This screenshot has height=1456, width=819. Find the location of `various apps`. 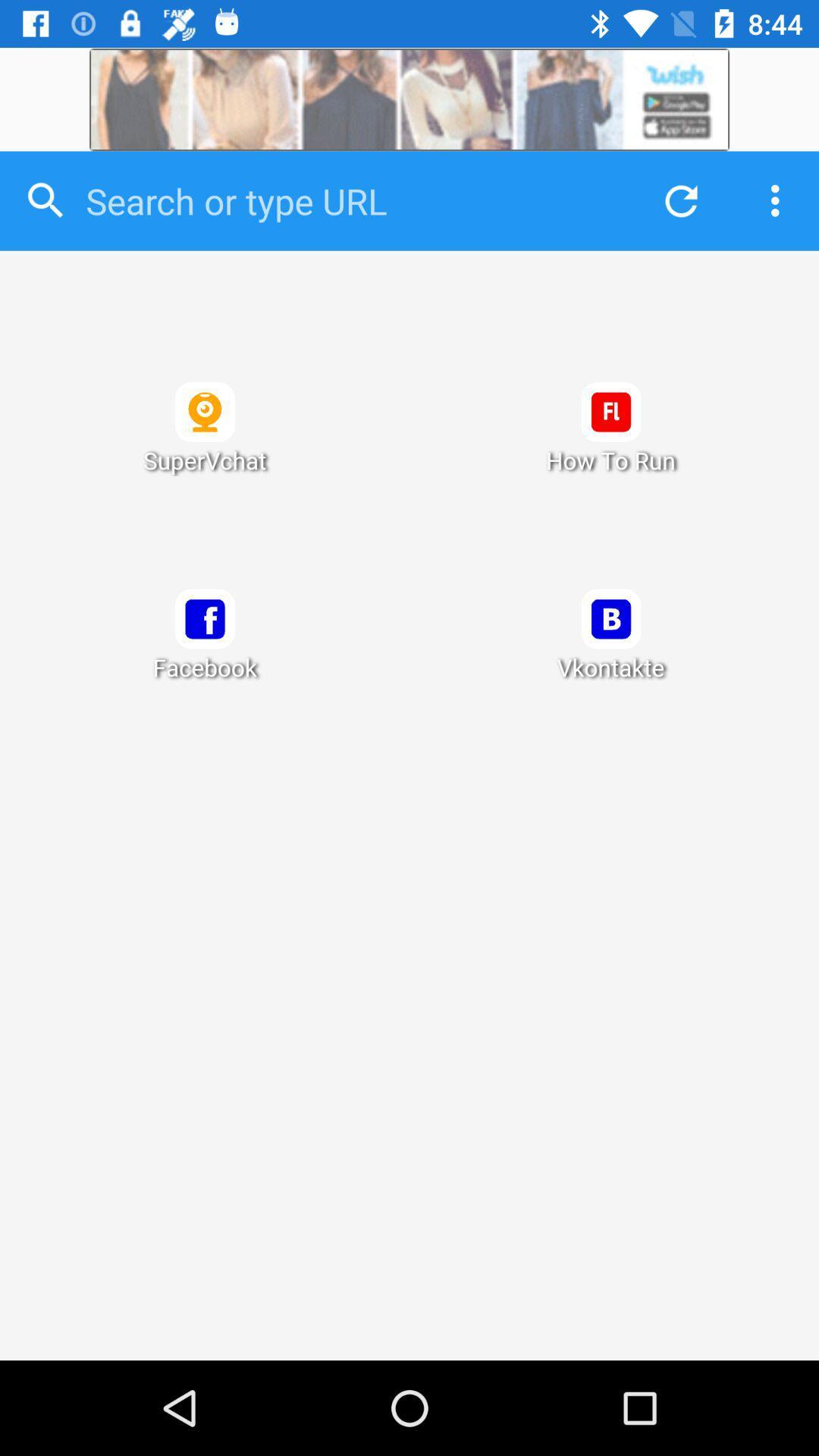

various apps is located at coordinates (409, 805).